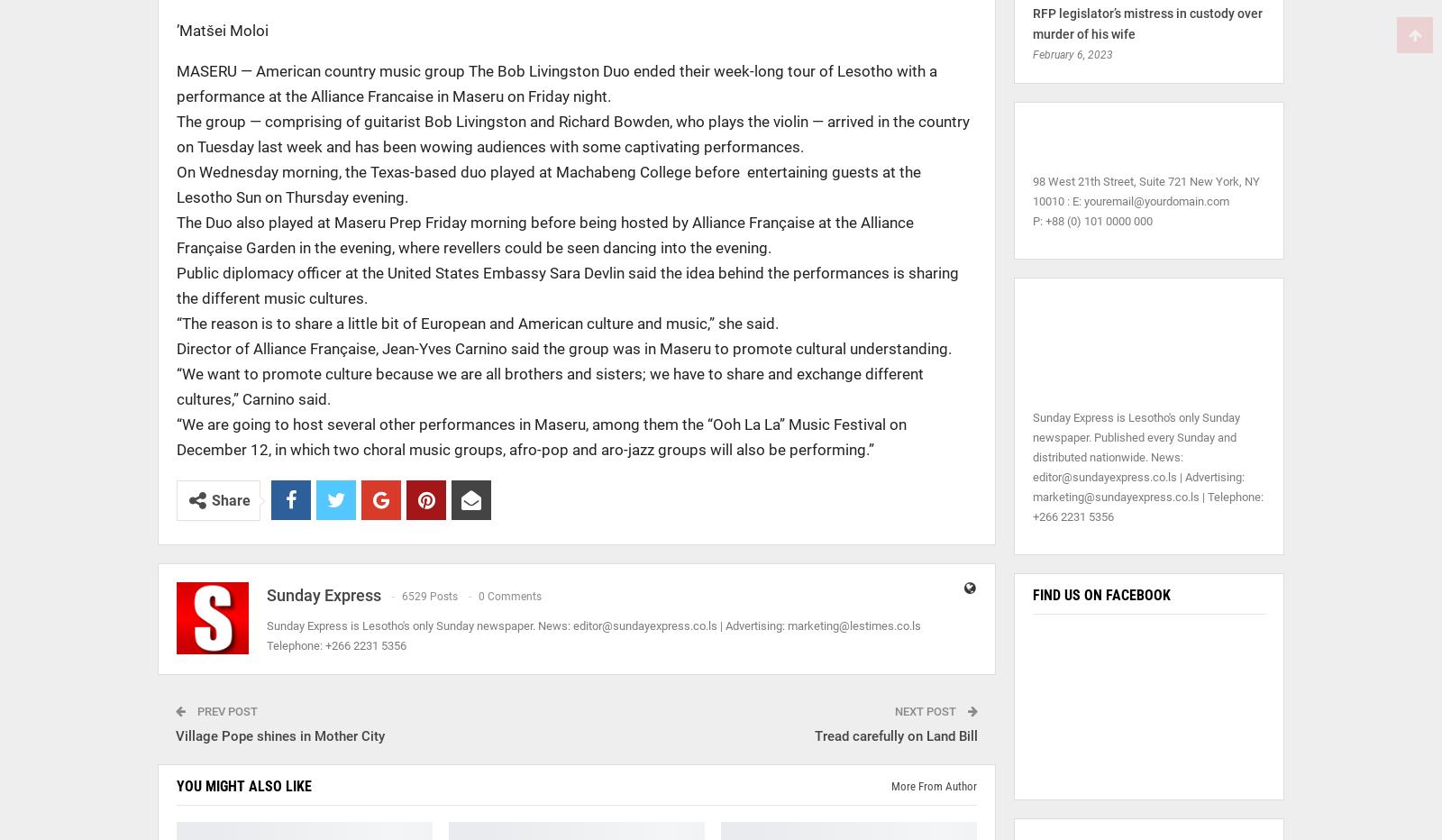 The height and width of the screenshot is (840, 1442). What do you see at coordinates (563, 347) in the screenshot?
I see `'Director of Alliance Française, Jean-Yves Carnino said the group was in Maseru to promote cultural understanding.'` at bounding box center [563, 347].